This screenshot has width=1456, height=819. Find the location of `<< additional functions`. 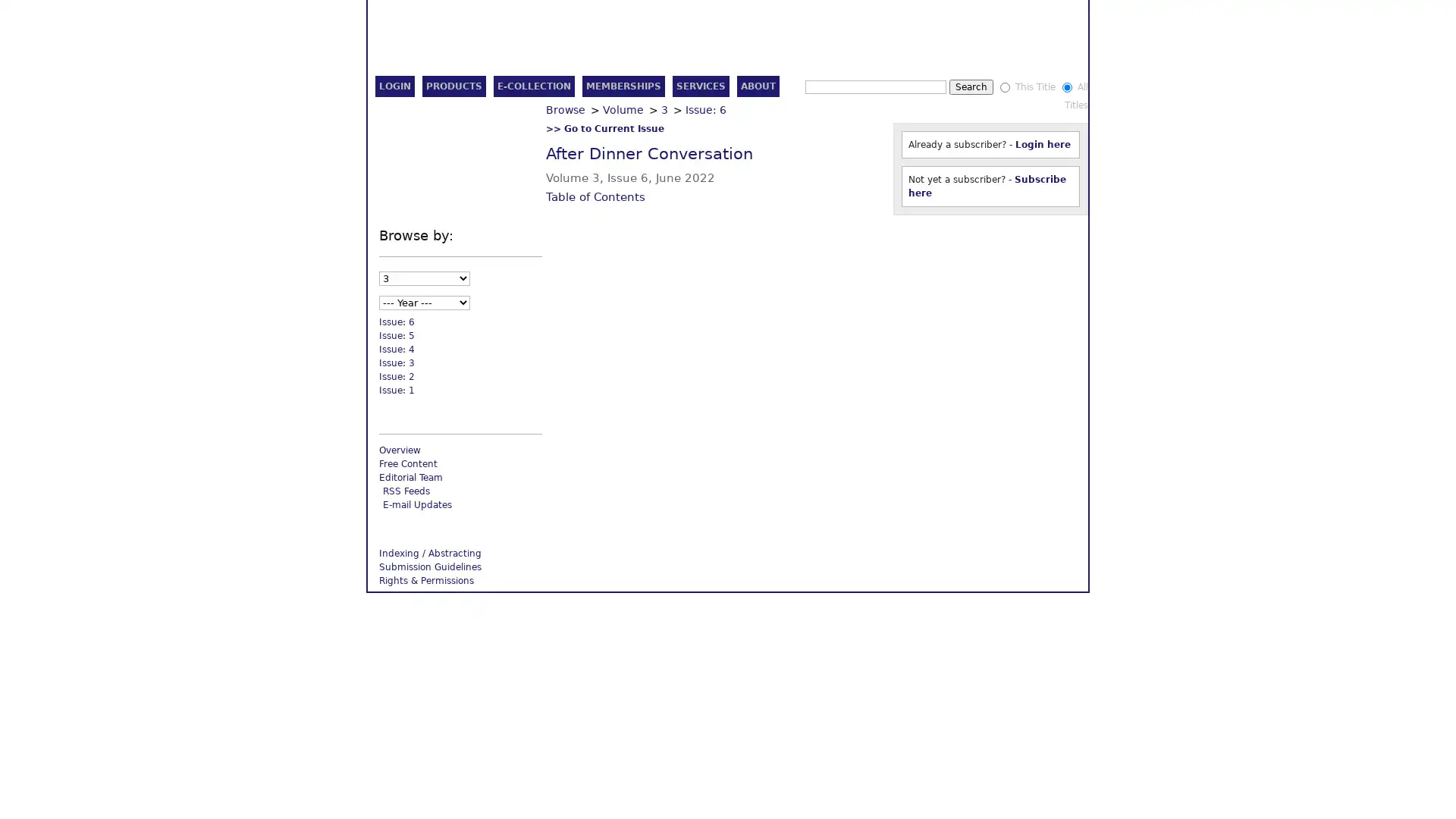

<< additional functions is located at coordinates (1019, 237).